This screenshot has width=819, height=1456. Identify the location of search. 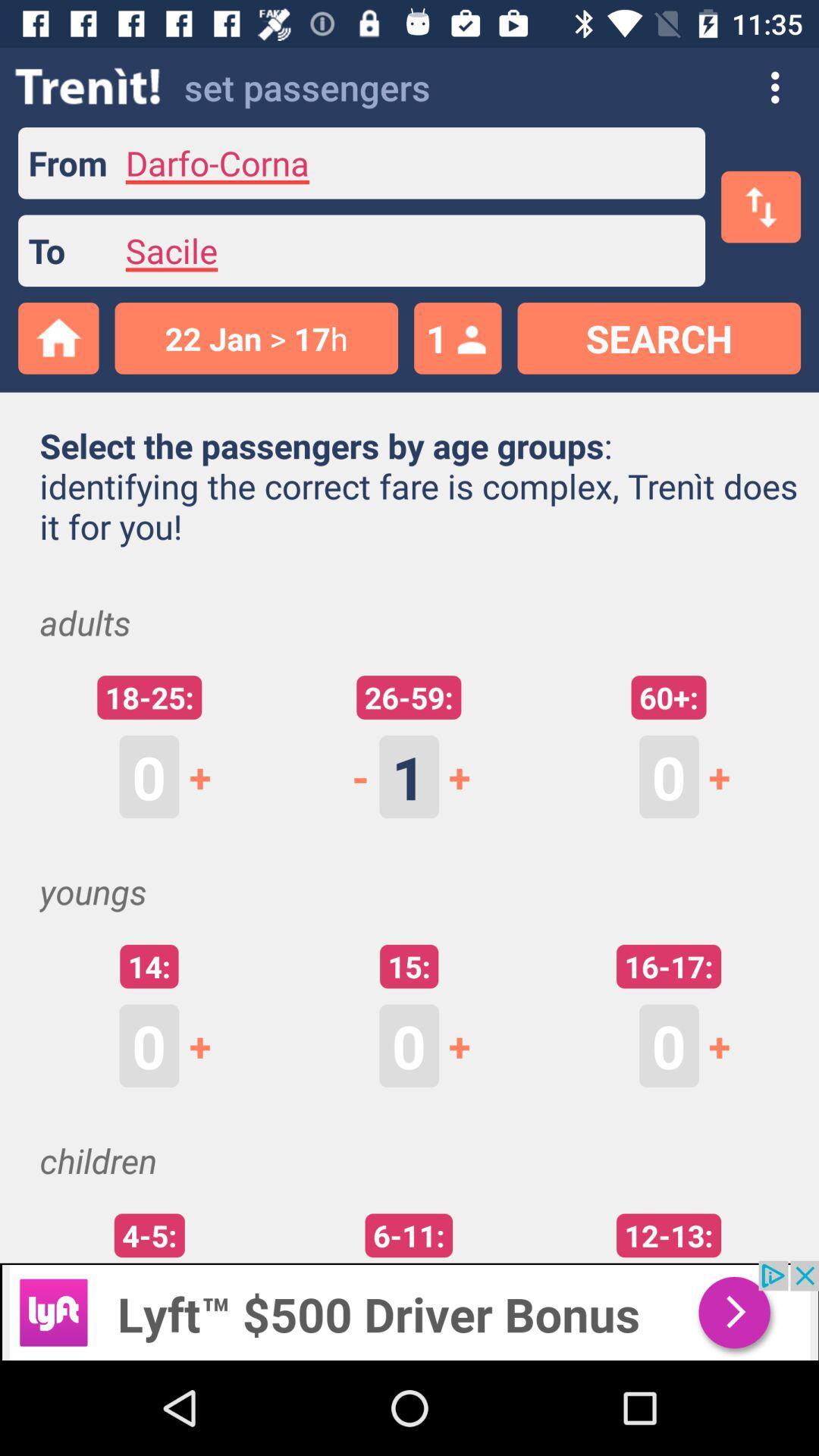
(658, 337).